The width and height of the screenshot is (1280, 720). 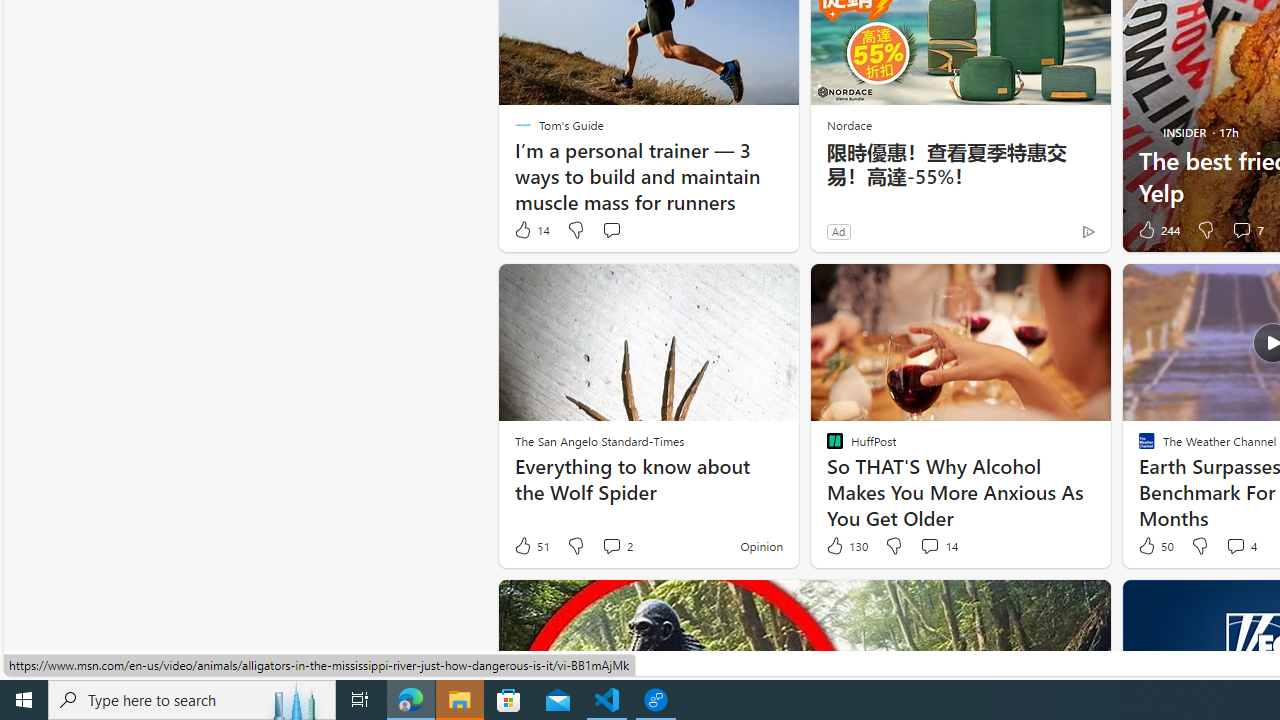 What do you see at coordinates (1157, 229) in the screenshot?
I see `'244 Like'` at bounding box center [1157, 229].